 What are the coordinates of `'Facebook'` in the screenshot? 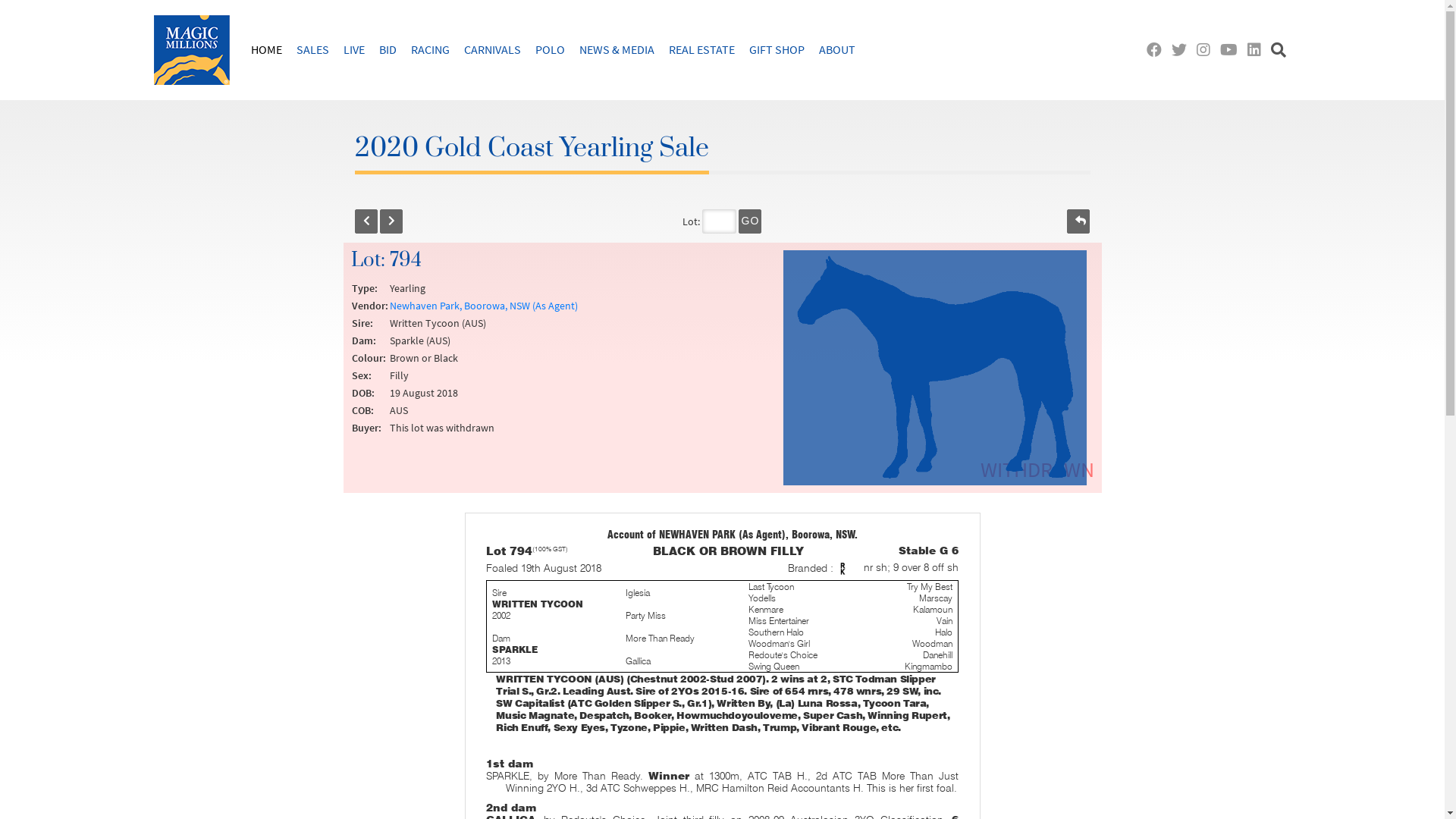 It's located at (1156, 49).